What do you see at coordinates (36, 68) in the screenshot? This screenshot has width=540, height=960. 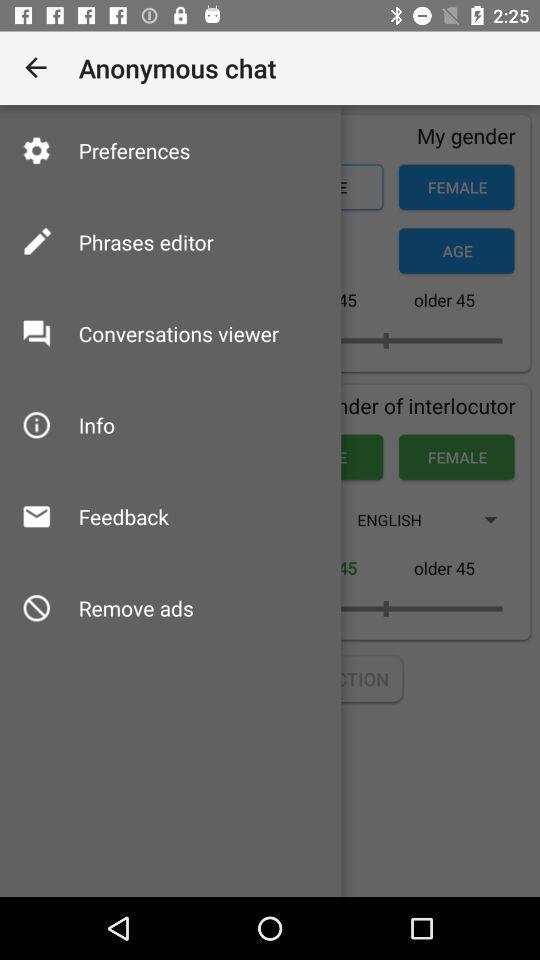 I see `app next to anonymous chat` at bounding box center [36, 68].